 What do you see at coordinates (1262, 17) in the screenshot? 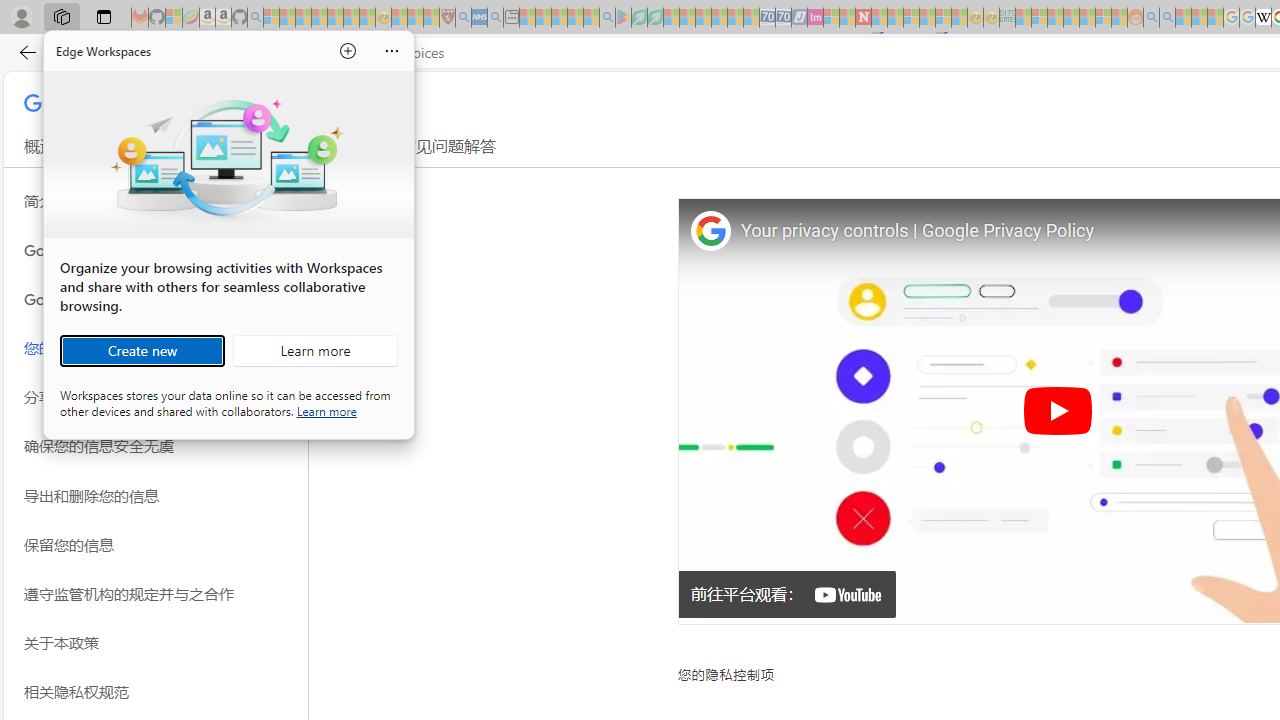
I see `'Target page - Wikipedia'` at bounding box center [1262, 17].